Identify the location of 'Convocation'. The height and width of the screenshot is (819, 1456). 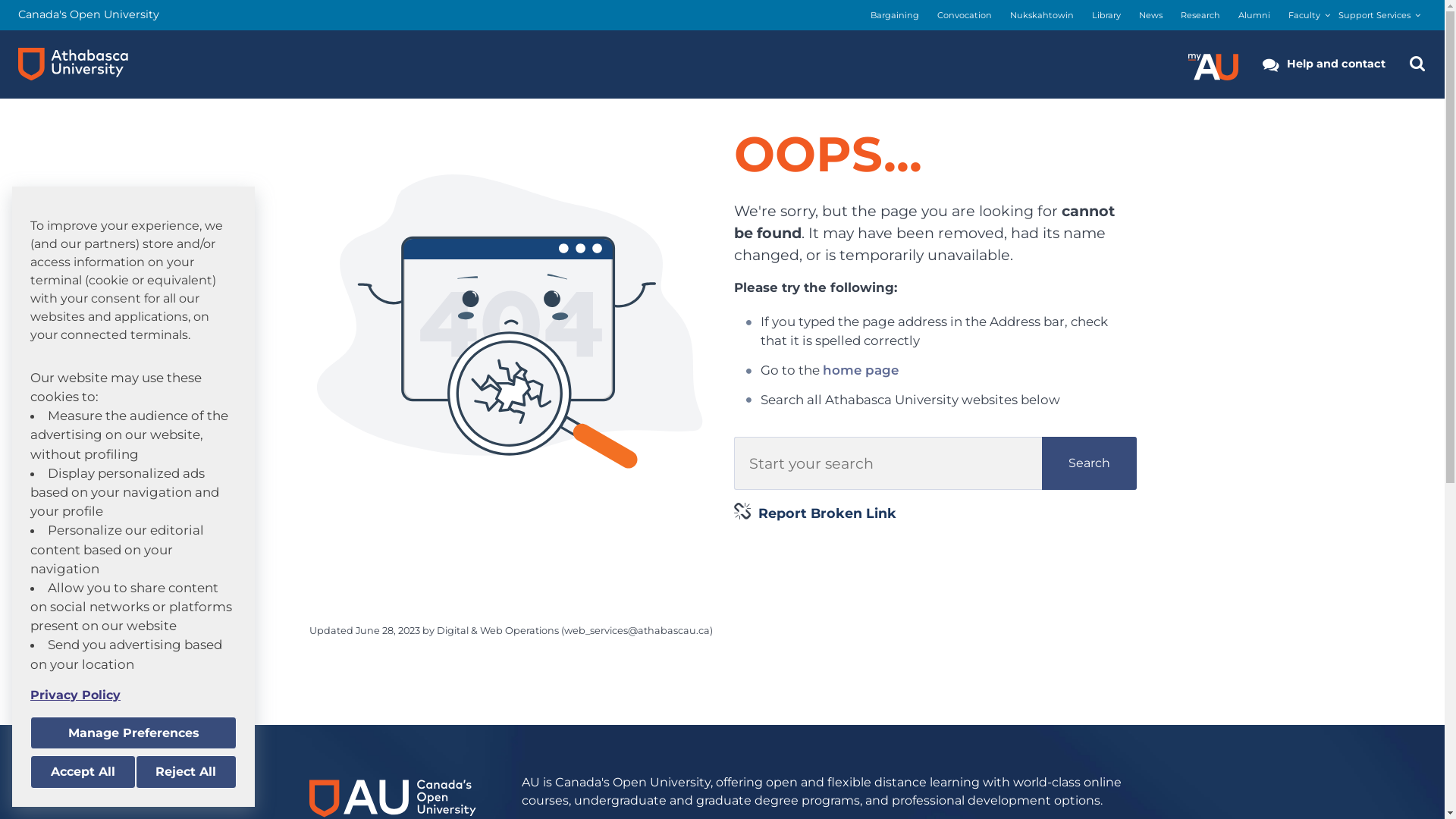
(964, 15).